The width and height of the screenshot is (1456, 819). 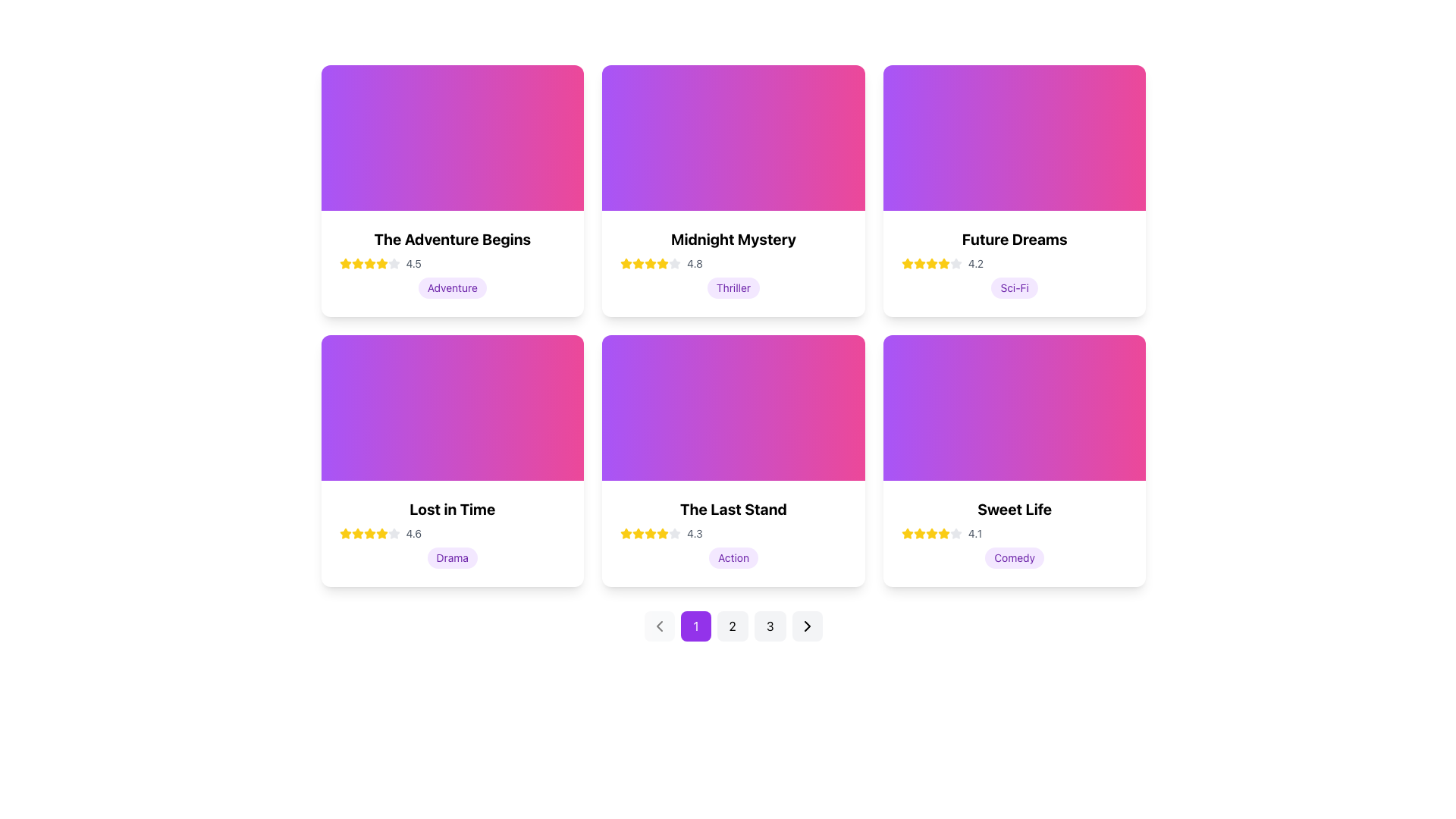 I want to click on the third yellow star icon in the rating section for the movie 'Future Dreams', so click(x=930, y=262).